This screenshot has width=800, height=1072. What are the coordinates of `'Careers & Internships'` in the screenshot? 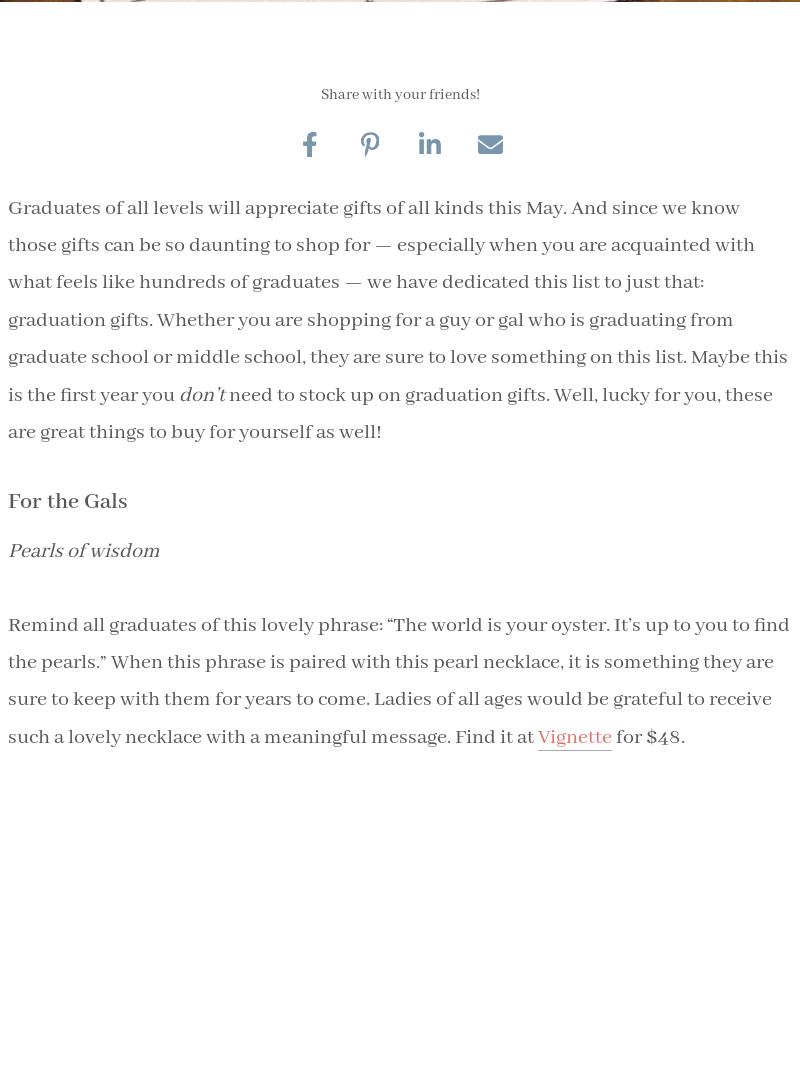 It's located at (411, 535).